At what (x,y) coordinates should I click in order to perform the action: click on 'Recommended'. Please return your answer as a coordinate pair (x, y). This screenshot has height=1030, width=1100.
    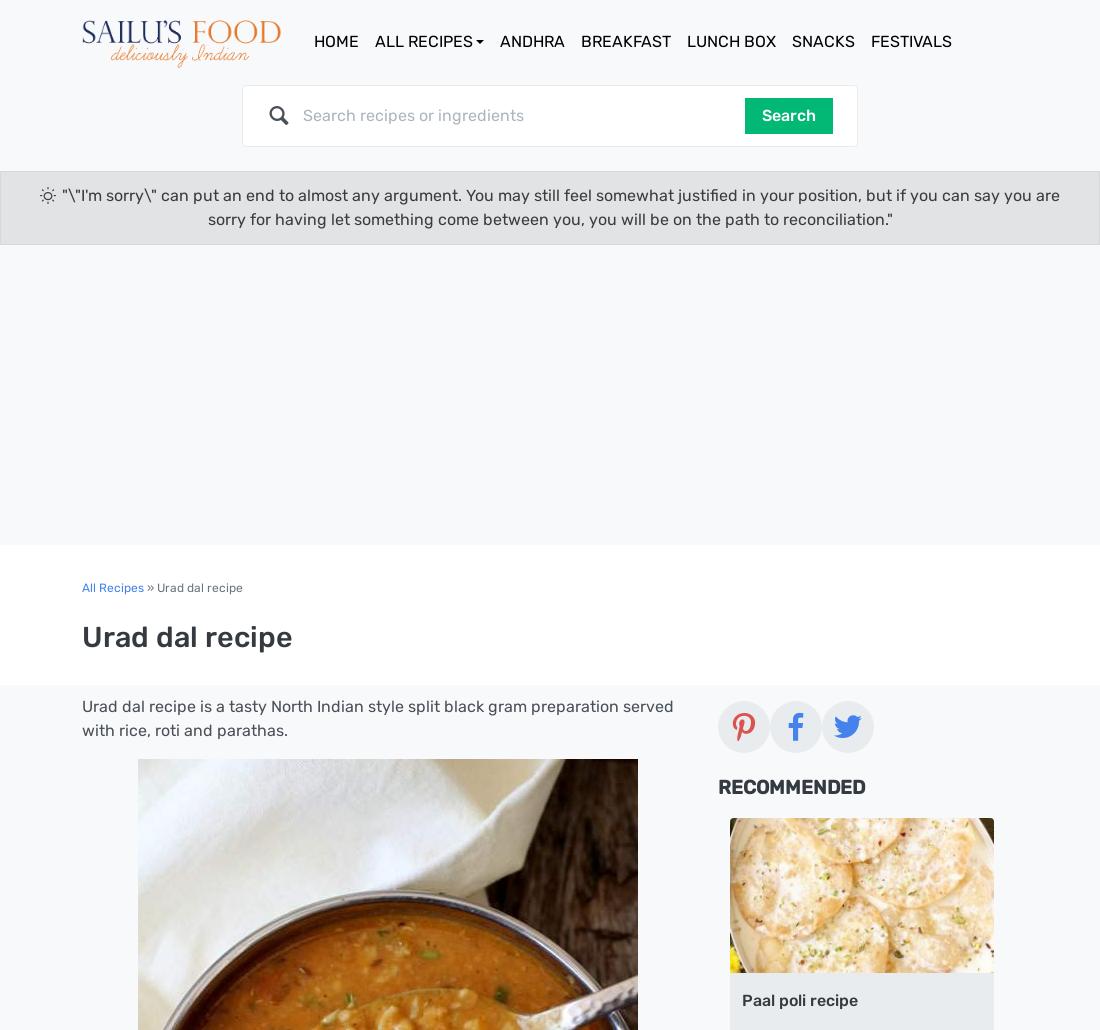
    Looking at the image, I should click on (791, 785).